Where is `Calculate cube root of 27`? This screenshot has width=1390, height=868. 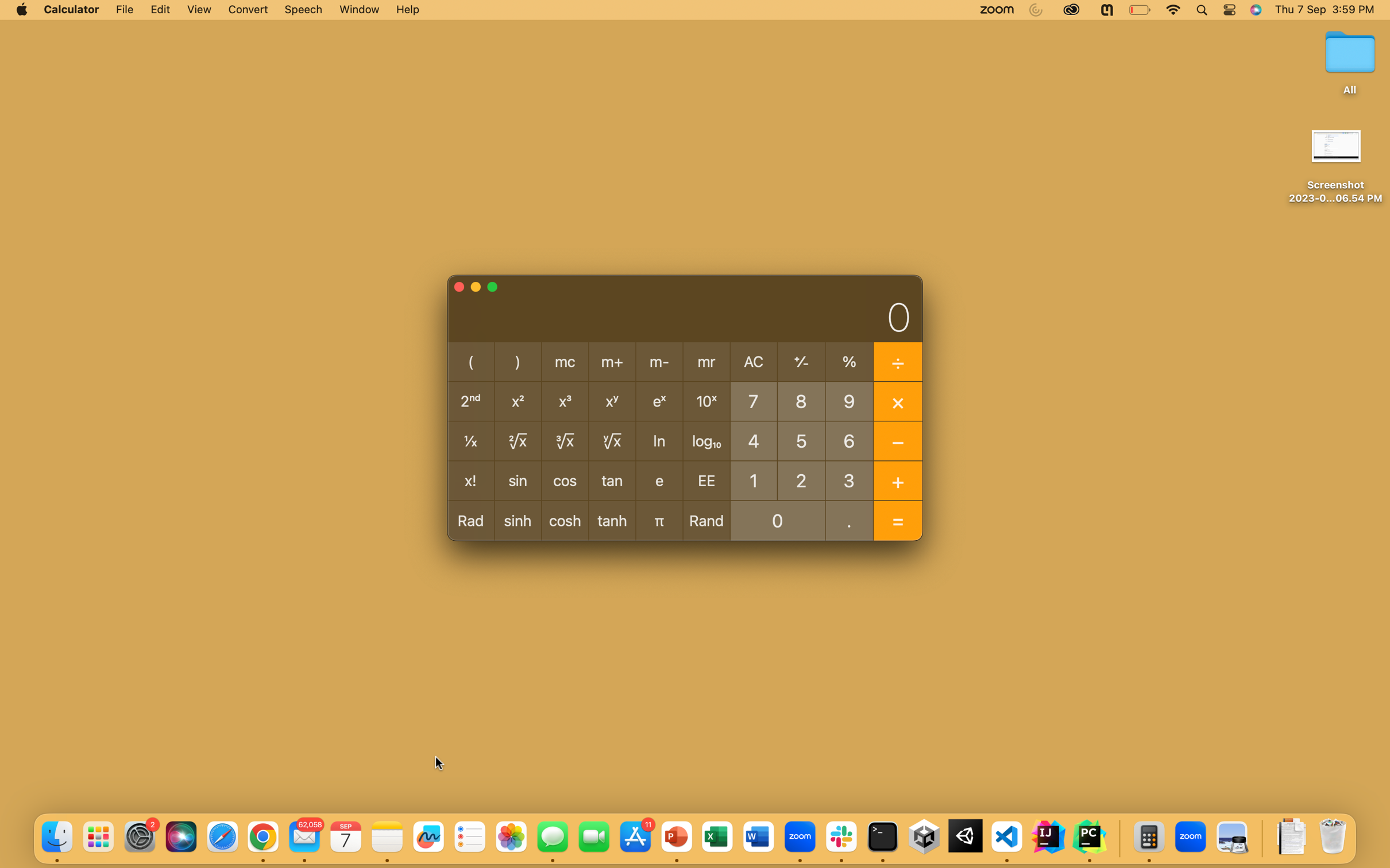
Calculate cube root of 27 is located at coordinates (801, 479).